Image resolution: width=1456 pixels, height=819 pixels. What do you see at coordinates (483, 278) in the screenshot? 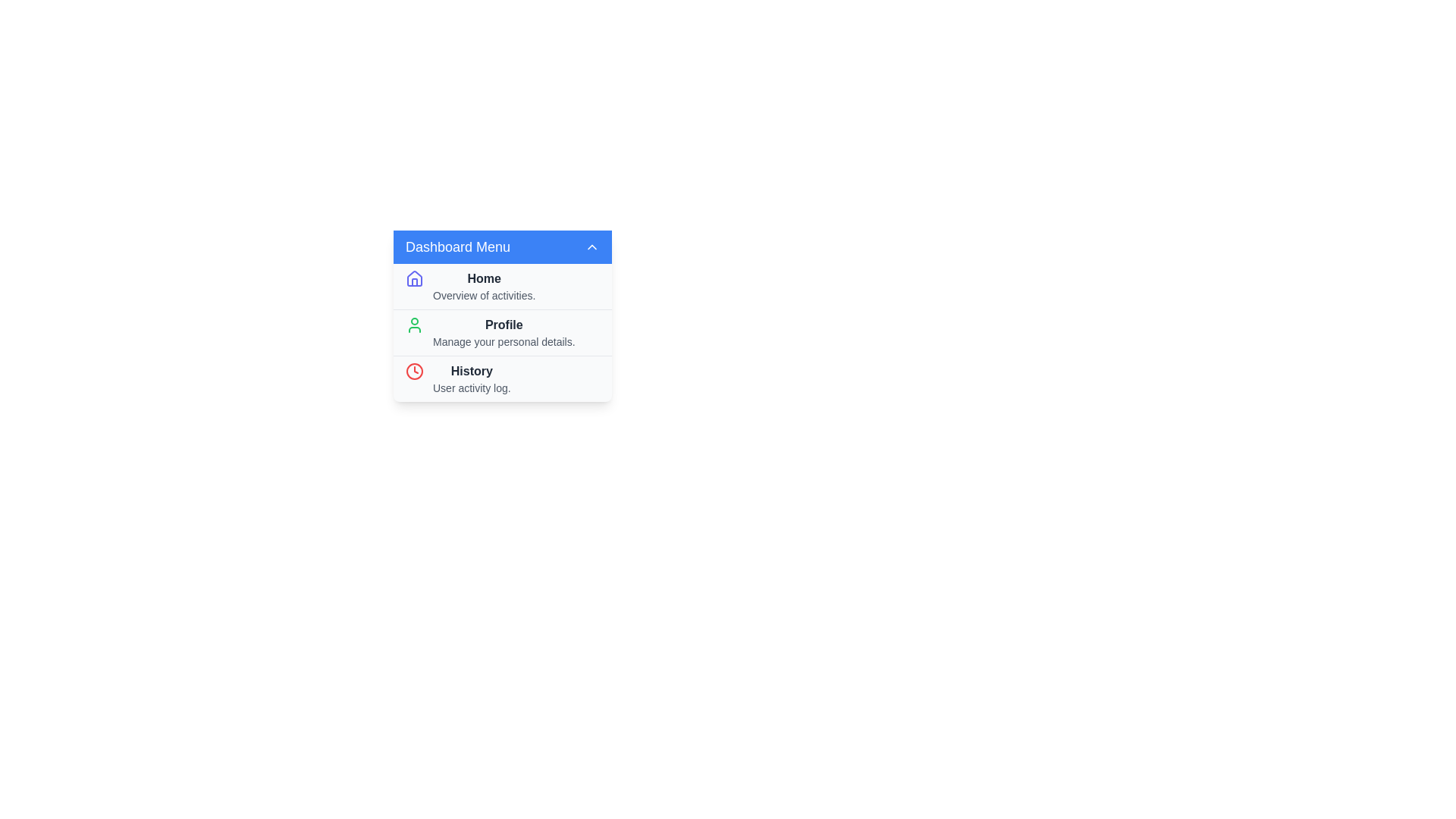
I see `text content of the 'Home' navigation label located at the top of the 'Dashboard Menu'` at bounding box center [483, 278].